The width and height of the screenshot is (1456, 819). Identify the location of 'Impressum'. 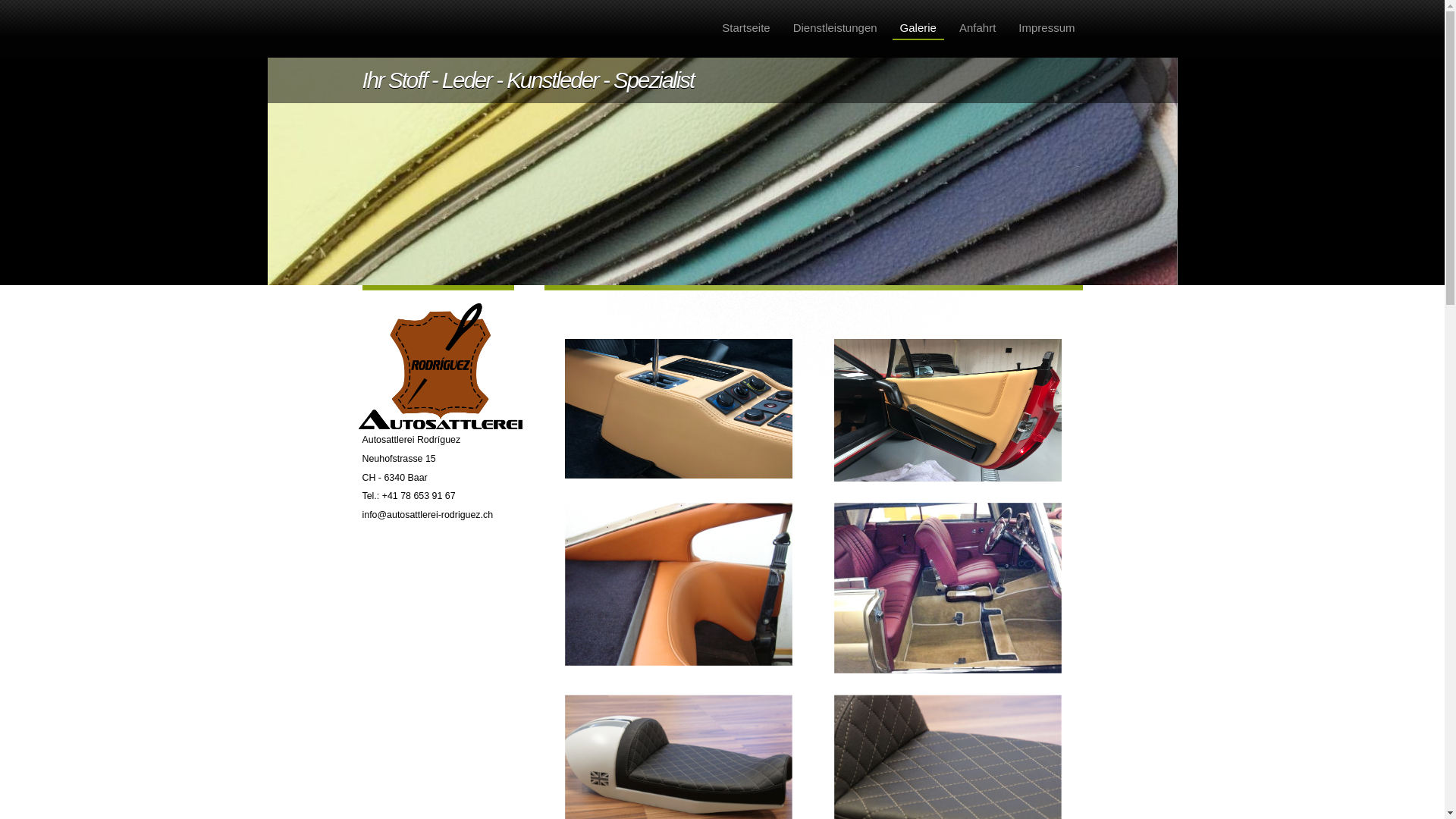
(1046, 28).